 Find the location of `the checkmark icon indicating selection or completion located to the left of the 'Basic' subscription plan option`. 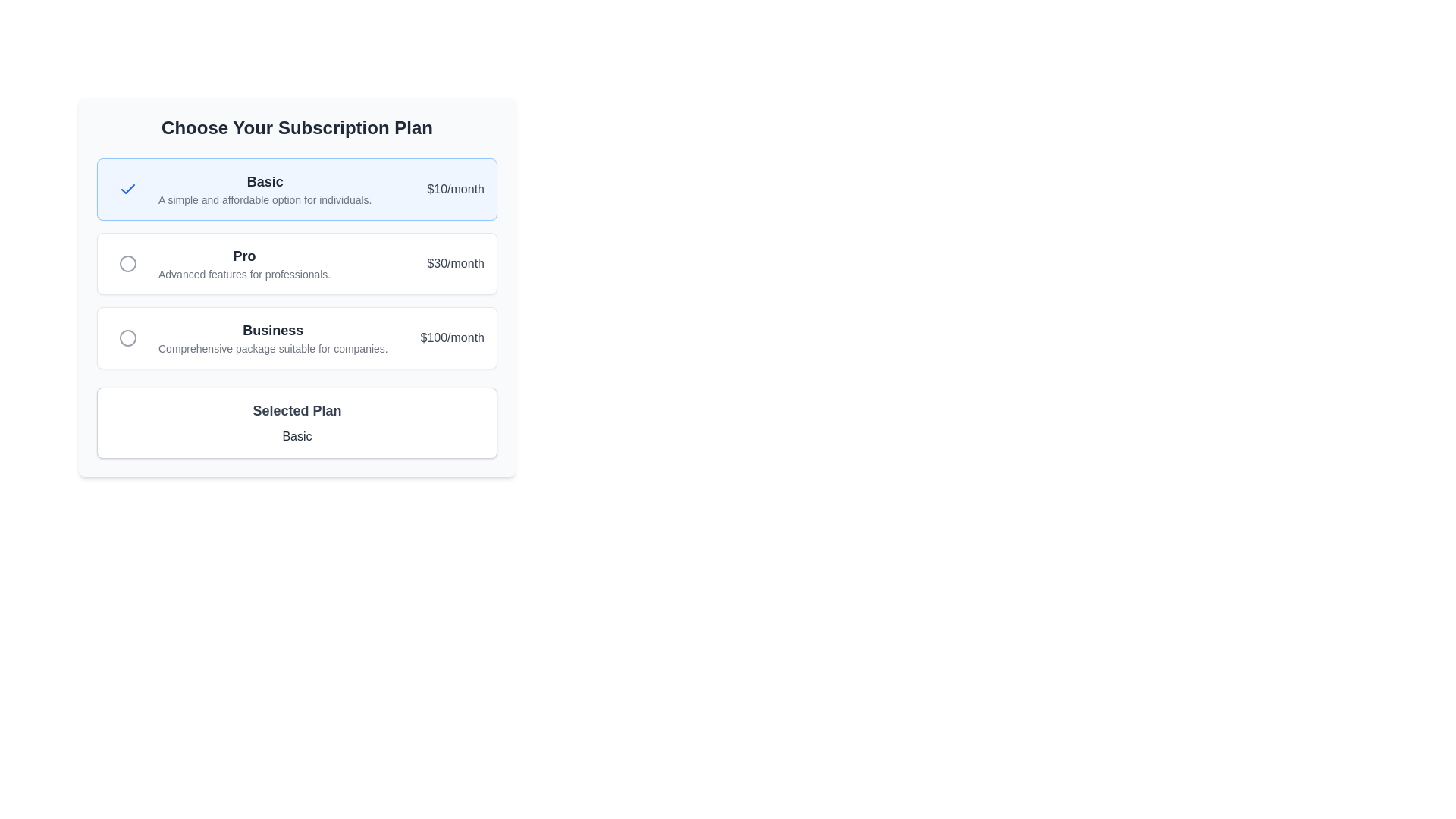

the checkmark icon indicating selection or completion located to the left of the 'Basic' subscription plan option is located at coordinates (127, 188).